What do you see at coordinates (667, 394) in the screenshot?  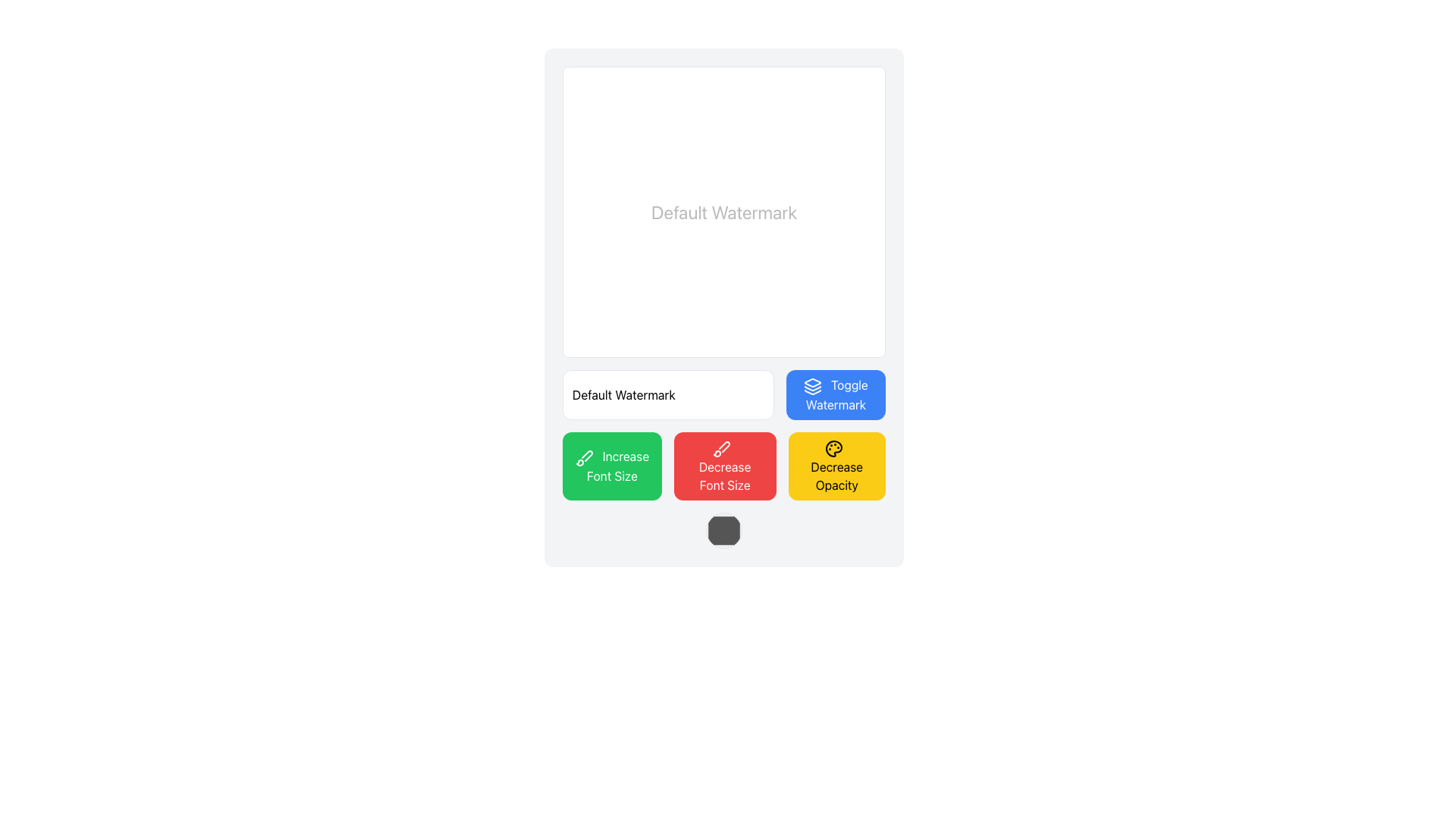 I see `the text input field used for entering or editing the watermark text to focus and enable typing` at bounding box center [667, 394].